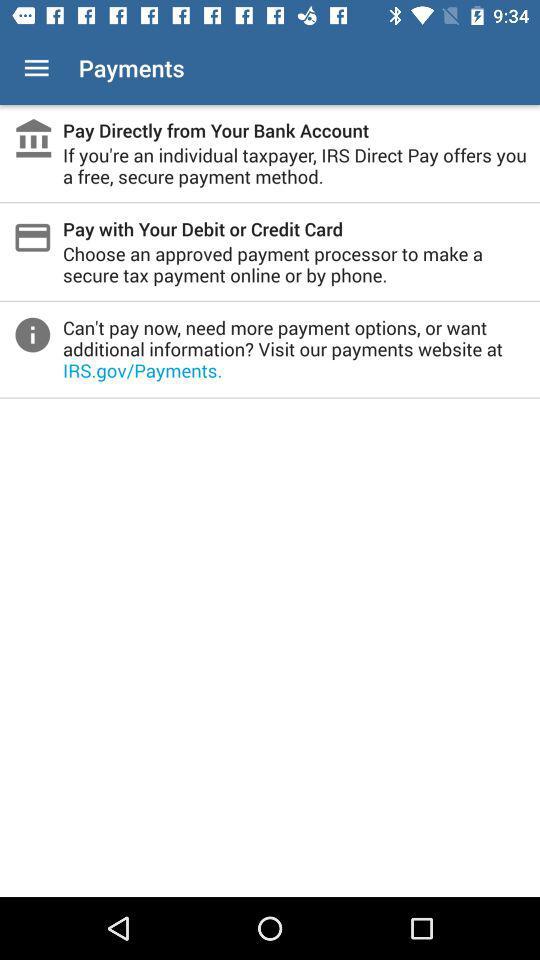 The height and width of the screenshot is (960, 540). What do you see at coordinates (36, 68) in the screenshot?
I see `item to the left of the payments app` at bounding box center [36, 68].